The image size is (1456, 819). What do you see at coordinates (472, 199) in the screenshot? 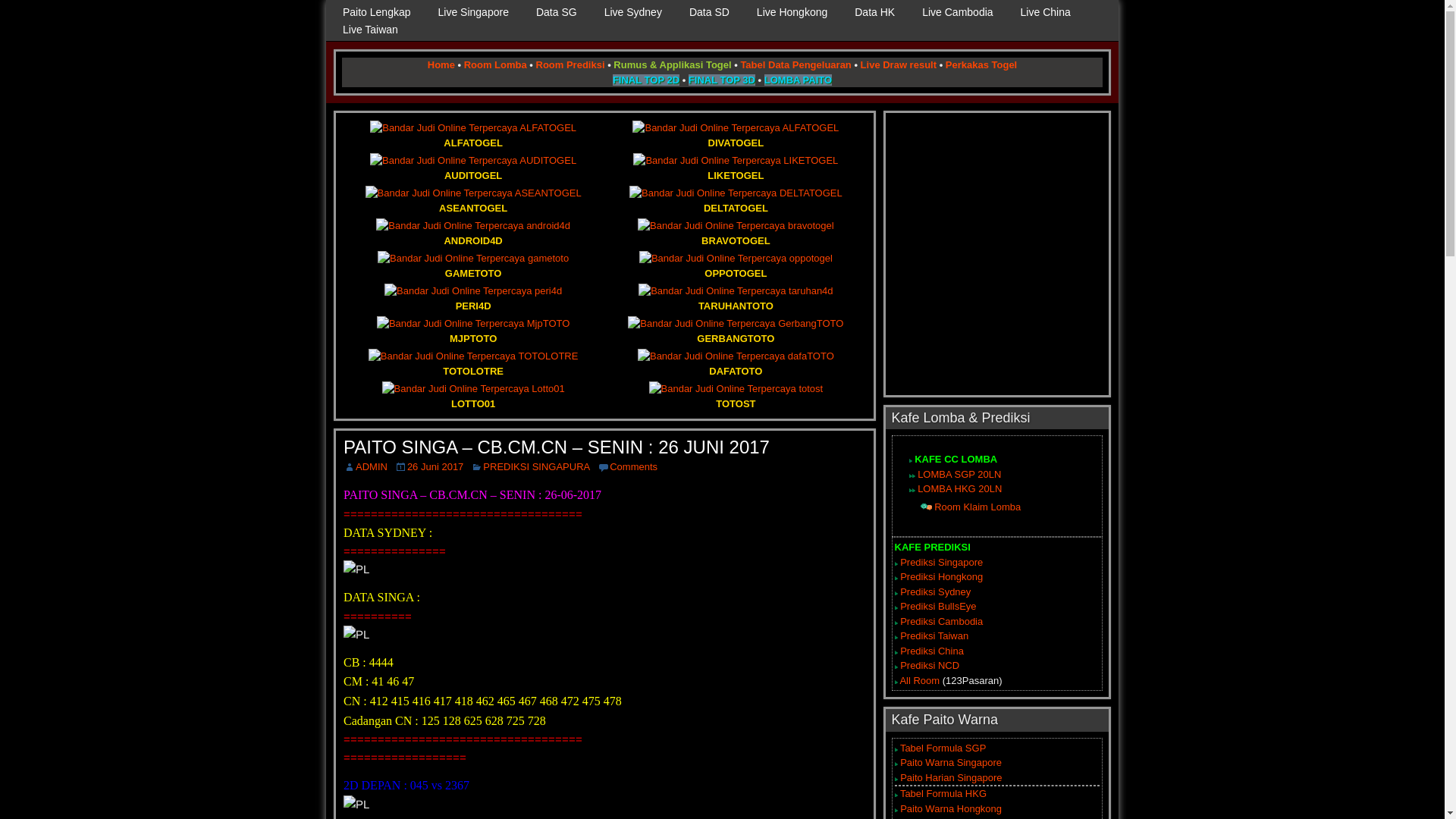
I see `'ASEANTOGEL'` at bounding box center [472, 199].